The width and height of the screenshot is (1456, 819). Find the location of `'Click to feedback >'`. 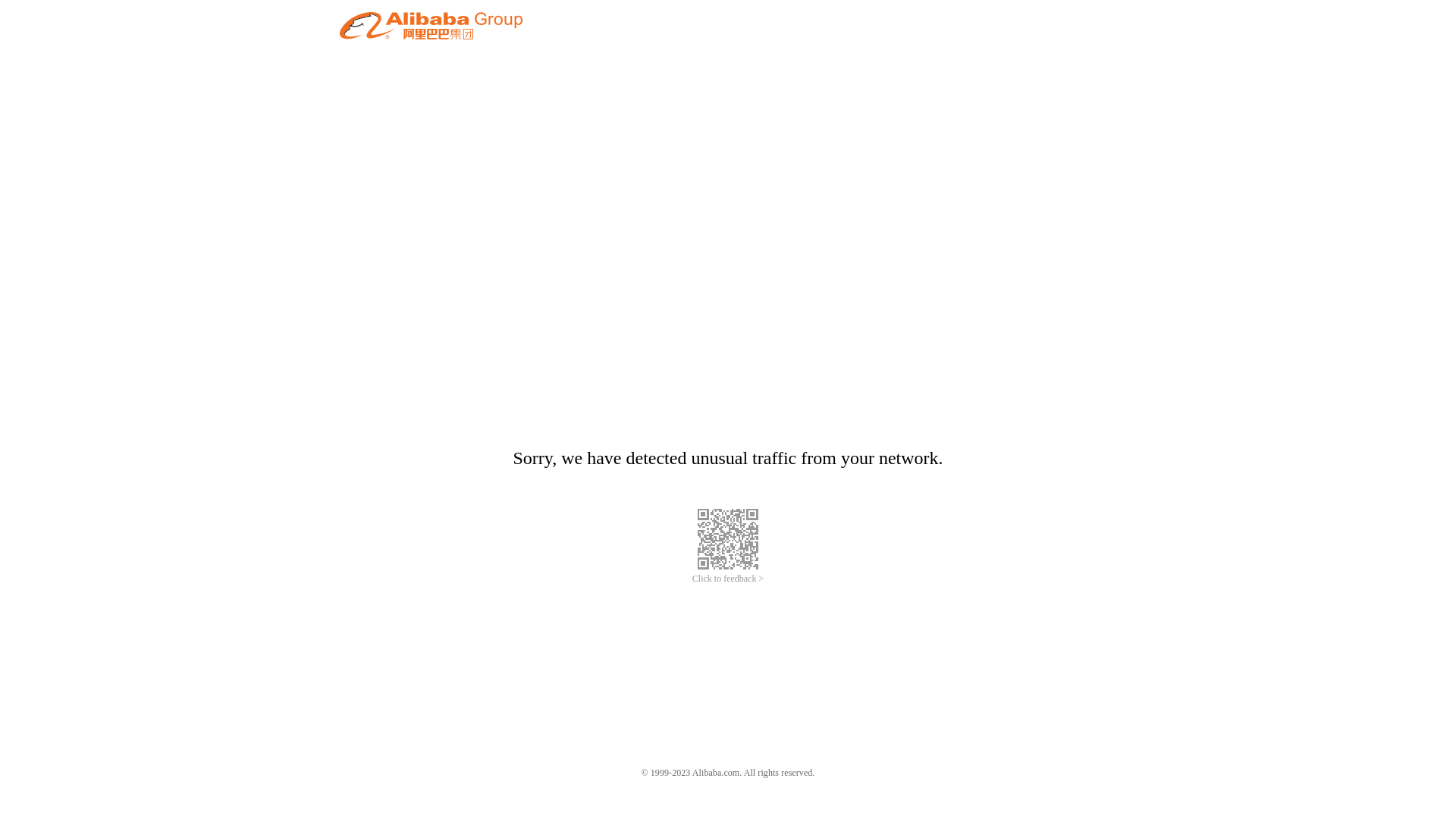

'Click to feedback >' is located at coordinates (728, 579).